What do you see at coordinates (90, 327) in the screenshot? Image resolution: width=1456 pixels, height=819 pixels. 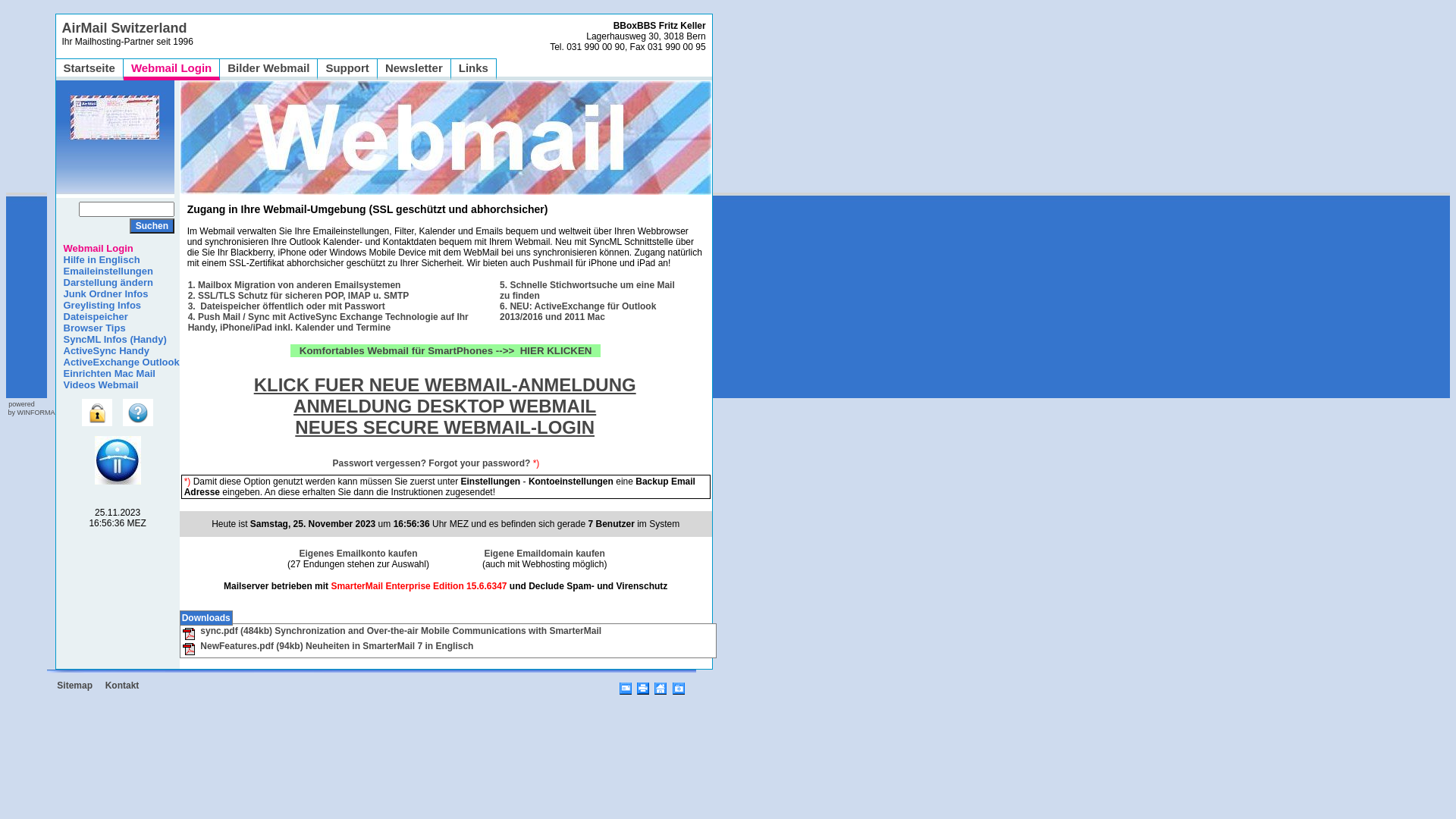 I see `'Browser Tips'` at bounding box center [90, 327].